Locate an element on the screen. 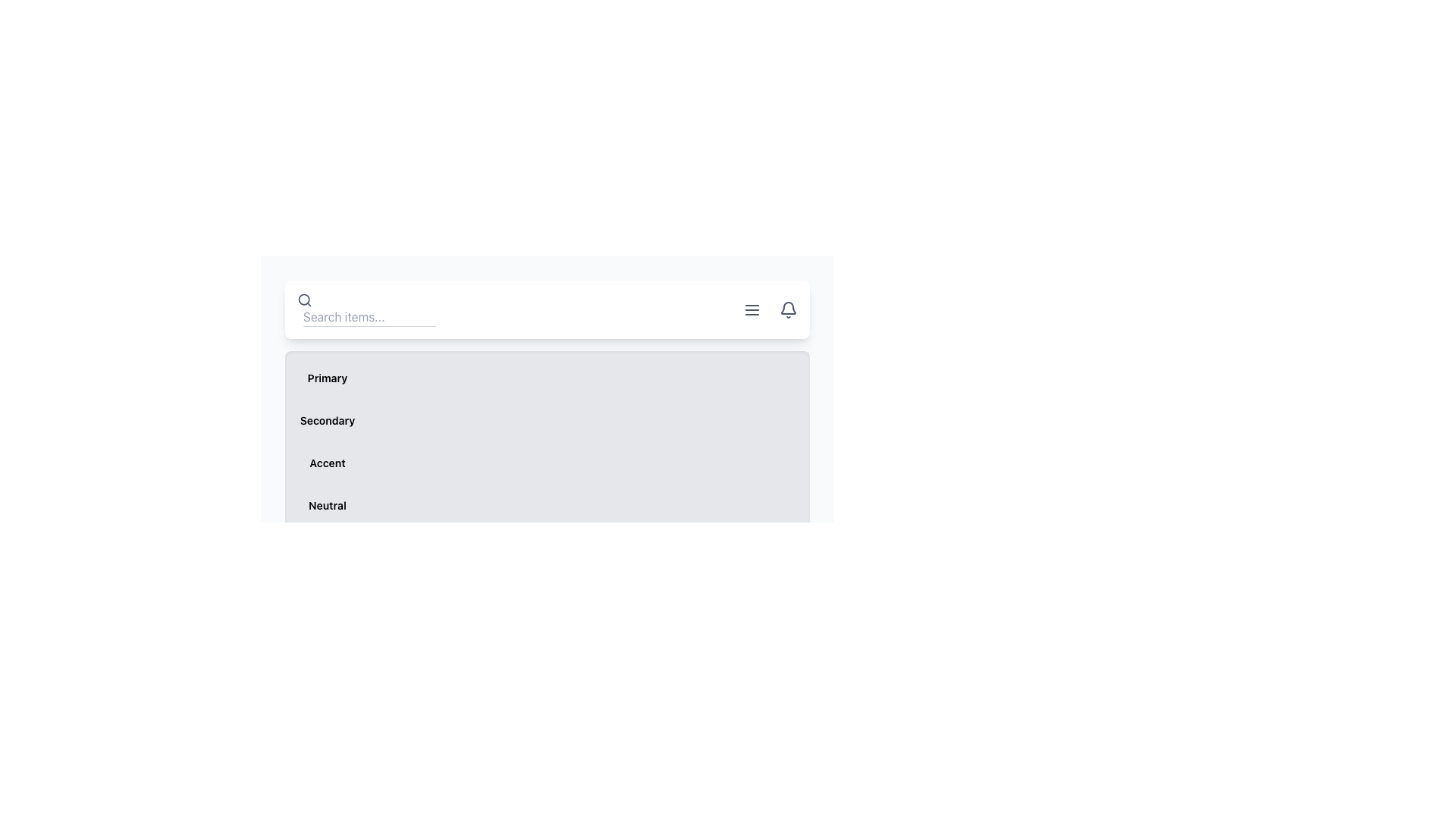 This screenshot has width=1456, height=819. the static text label representing the category 'Accent', which is the third label in a vertical list of labels is located at coordinates (327, 462).